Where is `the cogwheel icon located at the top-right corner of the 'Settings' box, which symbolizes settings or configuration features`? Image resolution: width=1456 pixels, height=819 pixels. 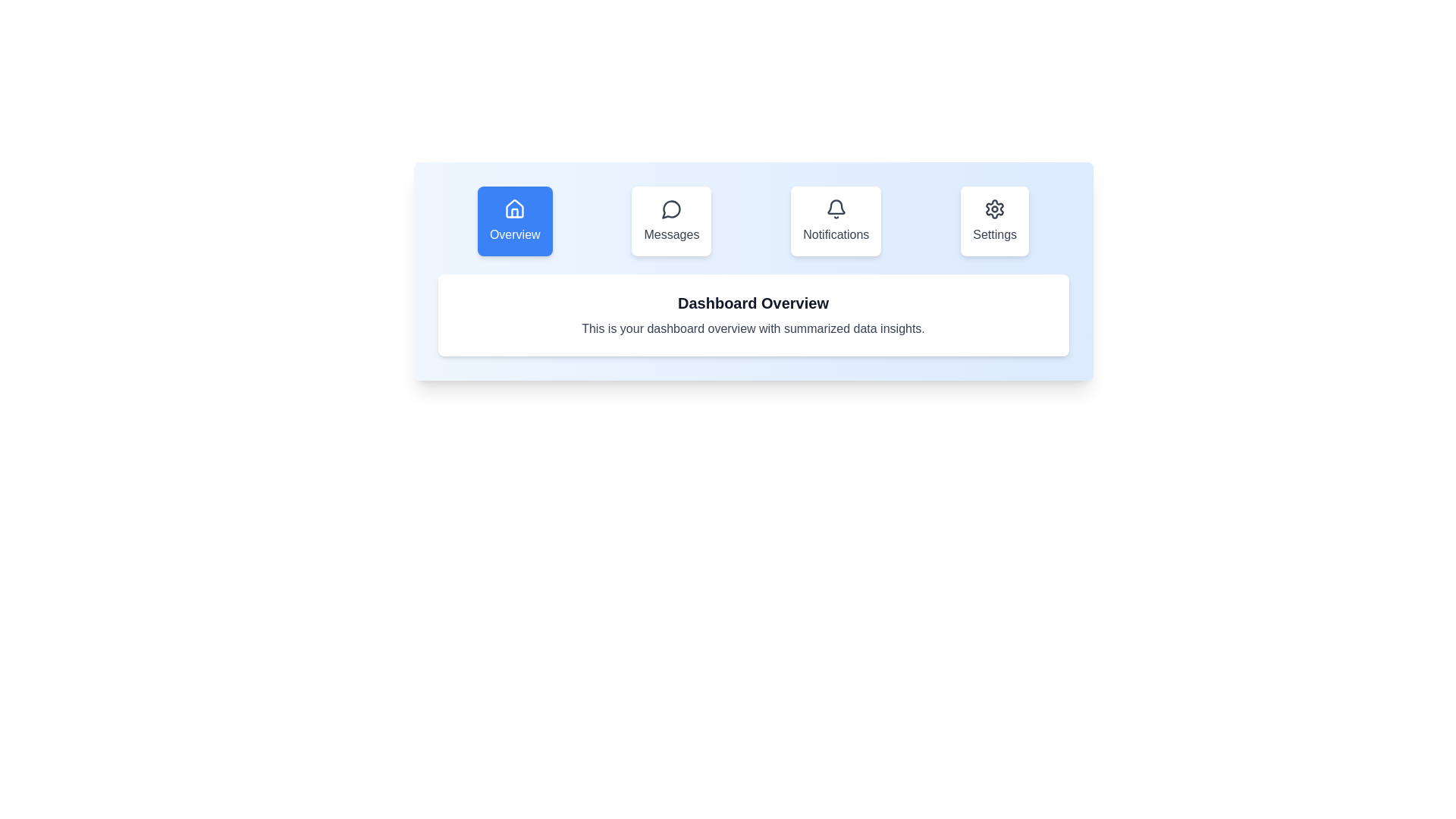 the cogwheel icon located at the top-right corner of the 'Settings' box, which symbolizes settings or configuration features is located at coordinates (995, 209).